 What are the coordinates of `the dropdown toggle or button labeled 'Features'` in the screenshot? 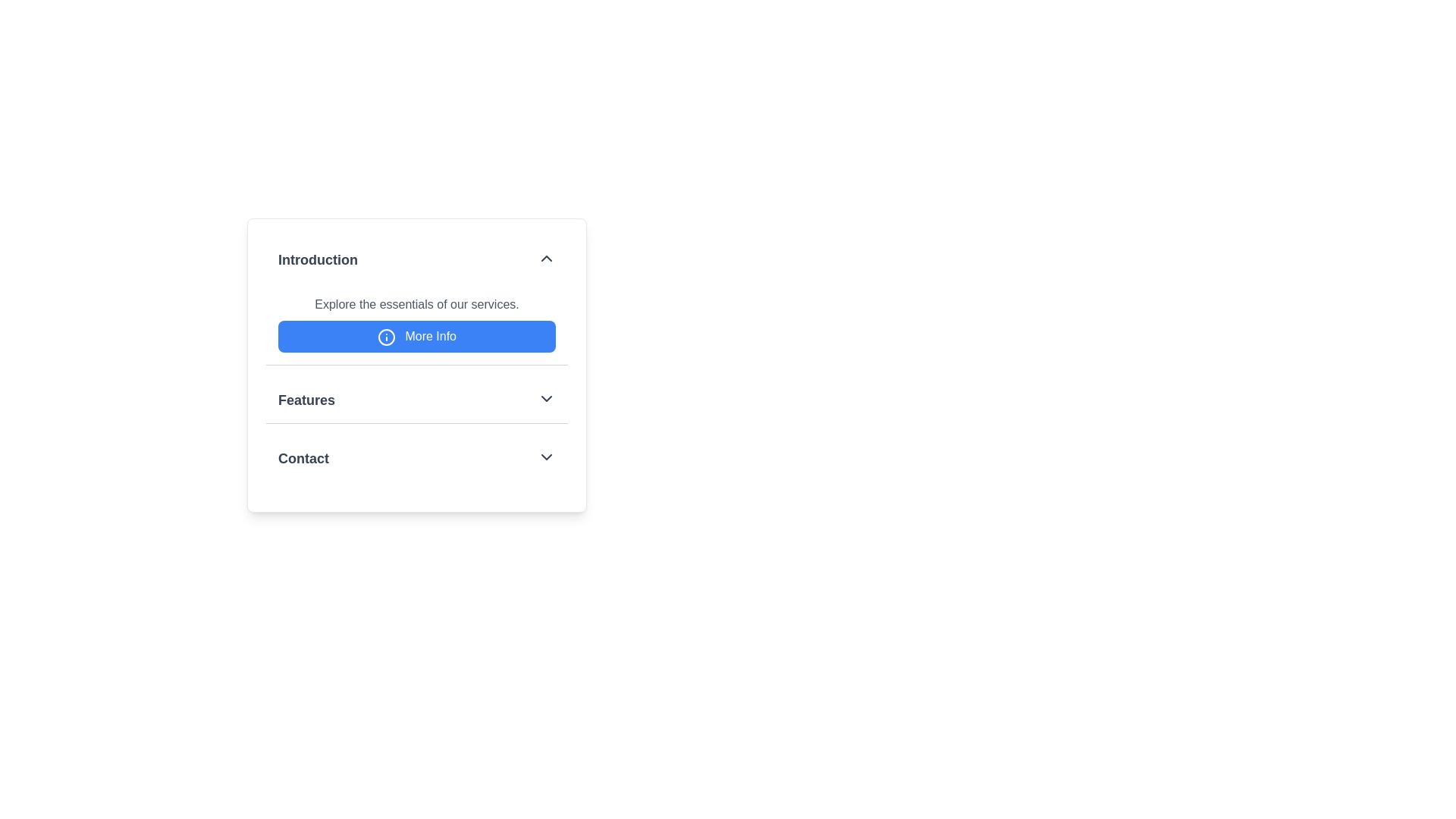 It's located at (417, 400).